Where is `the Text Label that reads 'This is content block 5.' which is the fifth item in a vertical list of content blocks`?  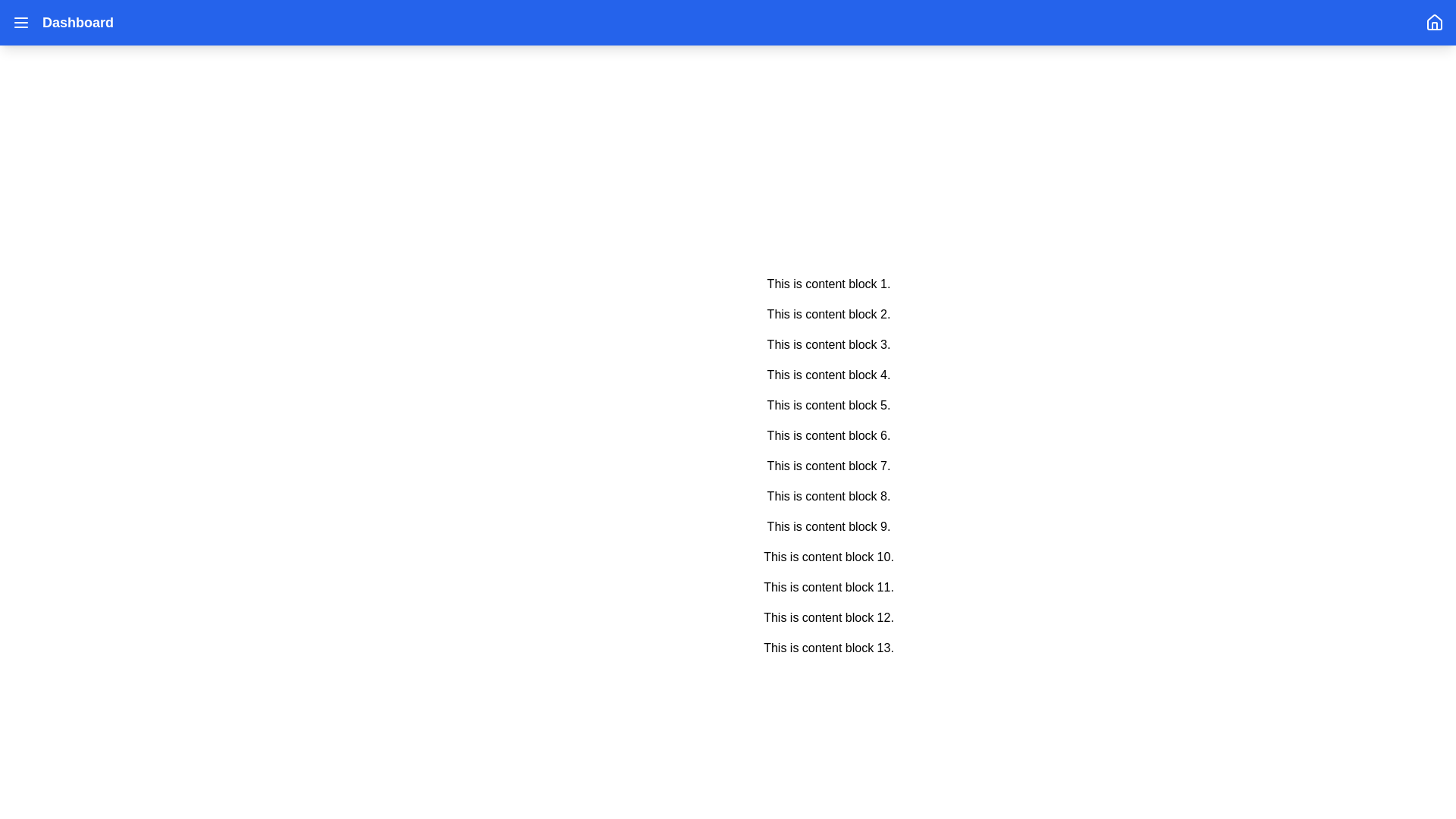
the Text Label that reads 'This is content block 5.' which is the fifth item in a vertical list of content blocks is located at coordinates (828, 405).